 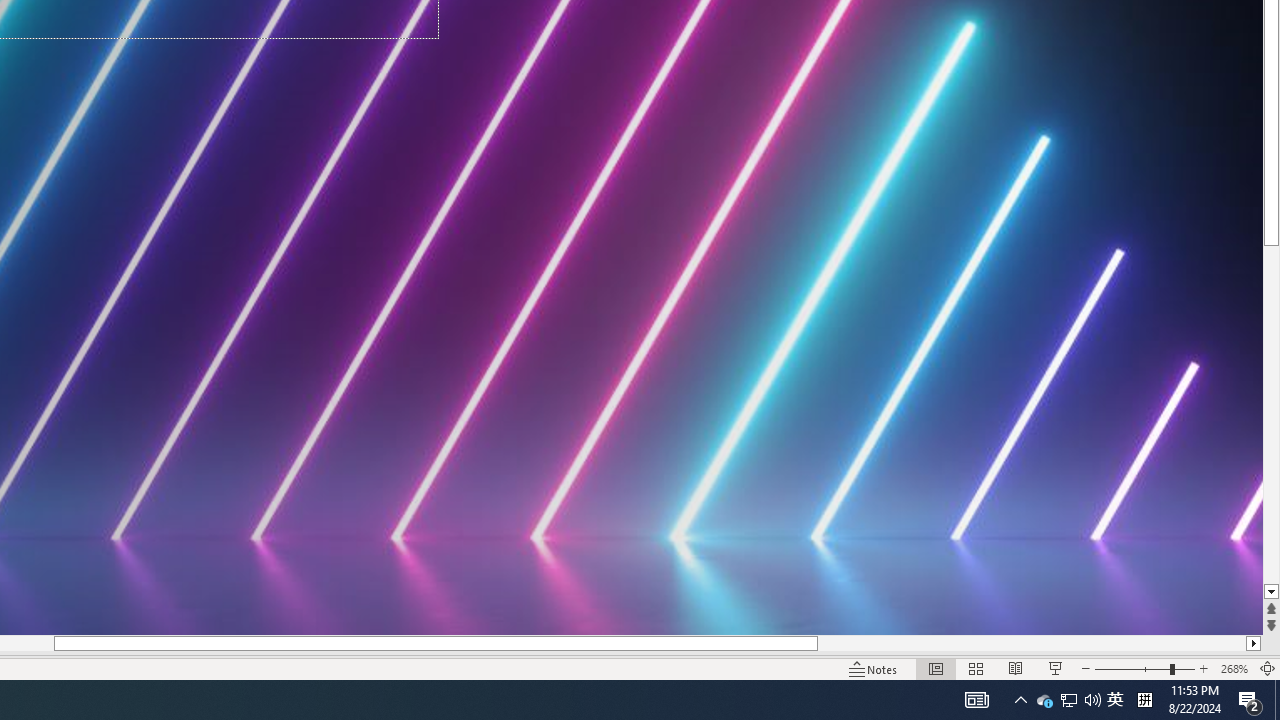 I want to click on 'Zoom In', so click(x=1203, y=669).